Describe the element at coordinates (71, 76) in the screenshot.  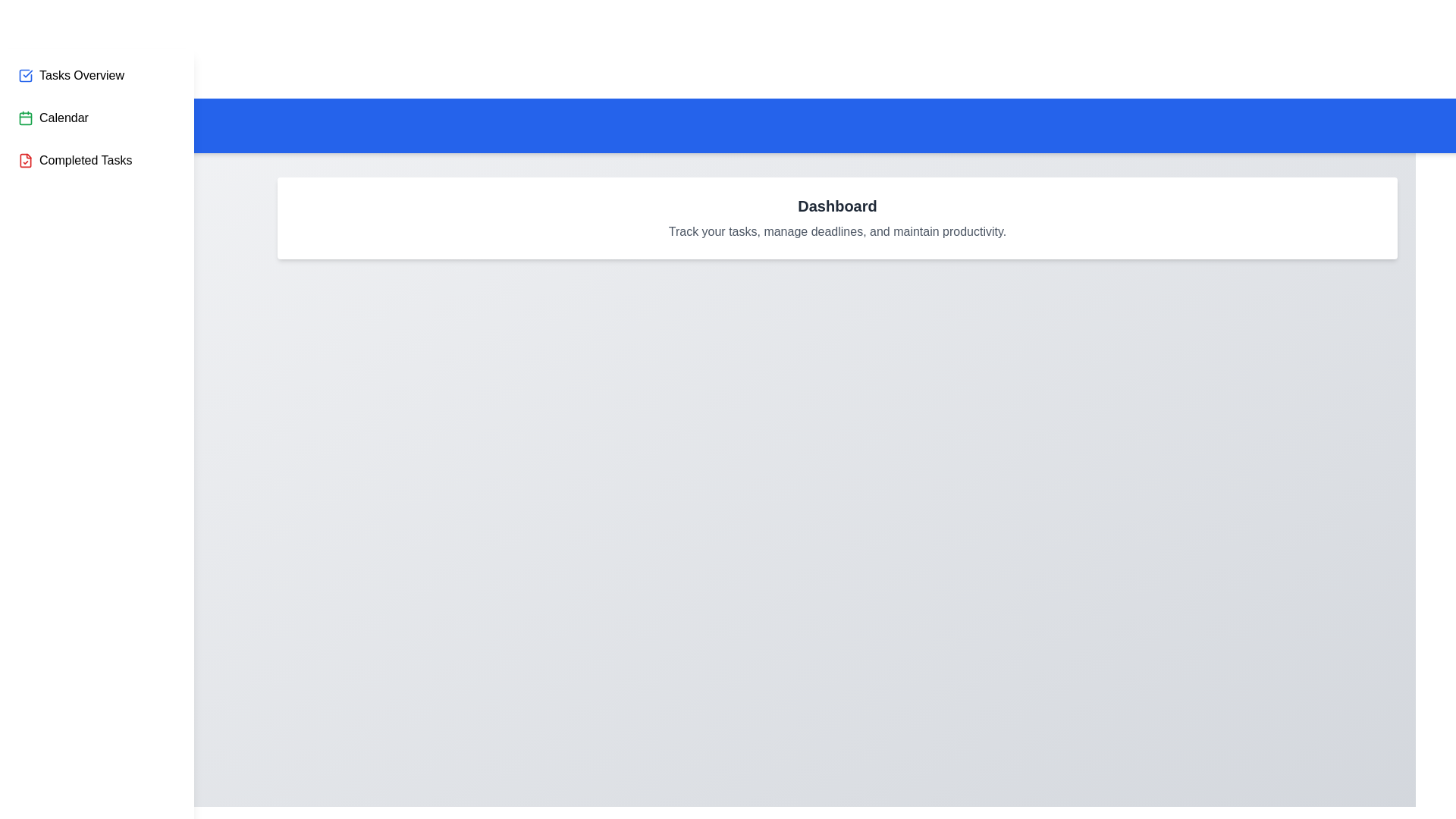
I see `the navigational button that provides access to the overview of tasks, which is the first item in the vertical list on the left-hand side of the interface` at that location.